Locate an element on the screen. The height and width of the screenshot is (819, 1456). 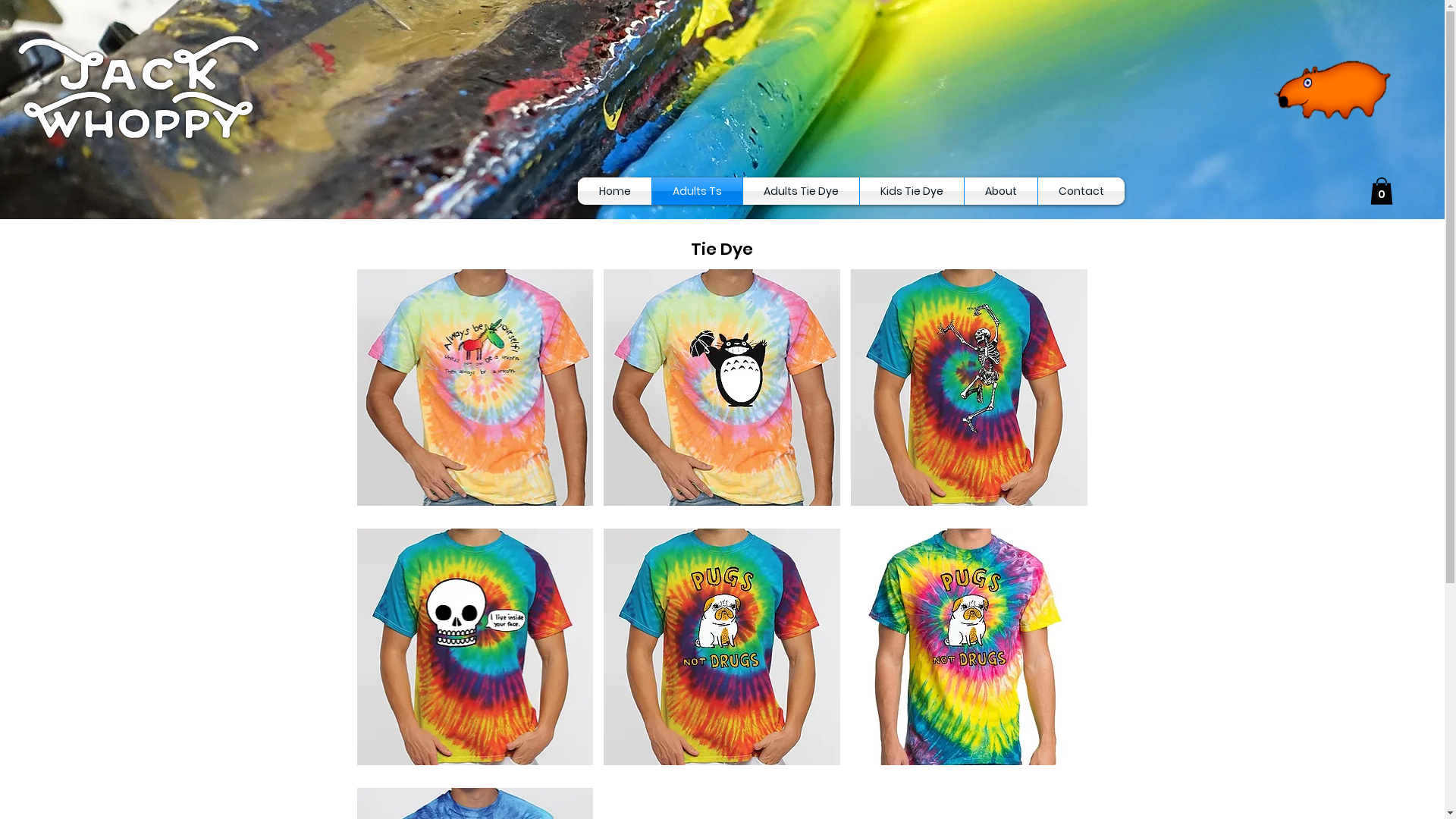
'Contact' is located at coordinates (1037, 190).